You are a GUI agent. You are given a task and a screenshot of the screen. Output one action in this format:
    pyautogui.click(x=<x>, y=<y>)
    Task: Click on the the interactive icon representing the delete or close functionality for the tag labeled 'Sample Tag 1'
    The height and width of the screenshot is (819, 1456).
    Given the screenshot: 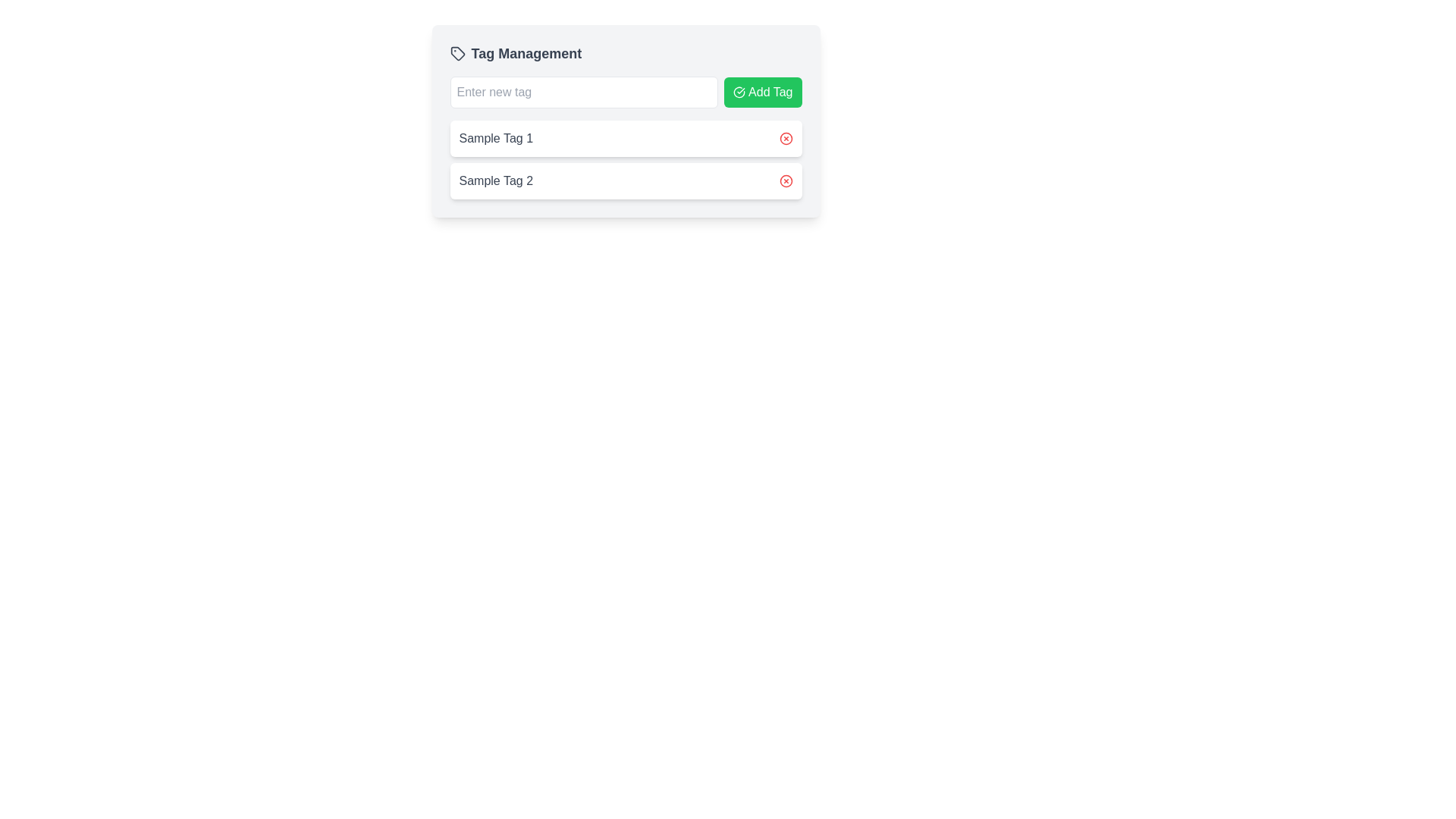 What is the action you would take?
    pyautogui.click(x=786, y=138)
    